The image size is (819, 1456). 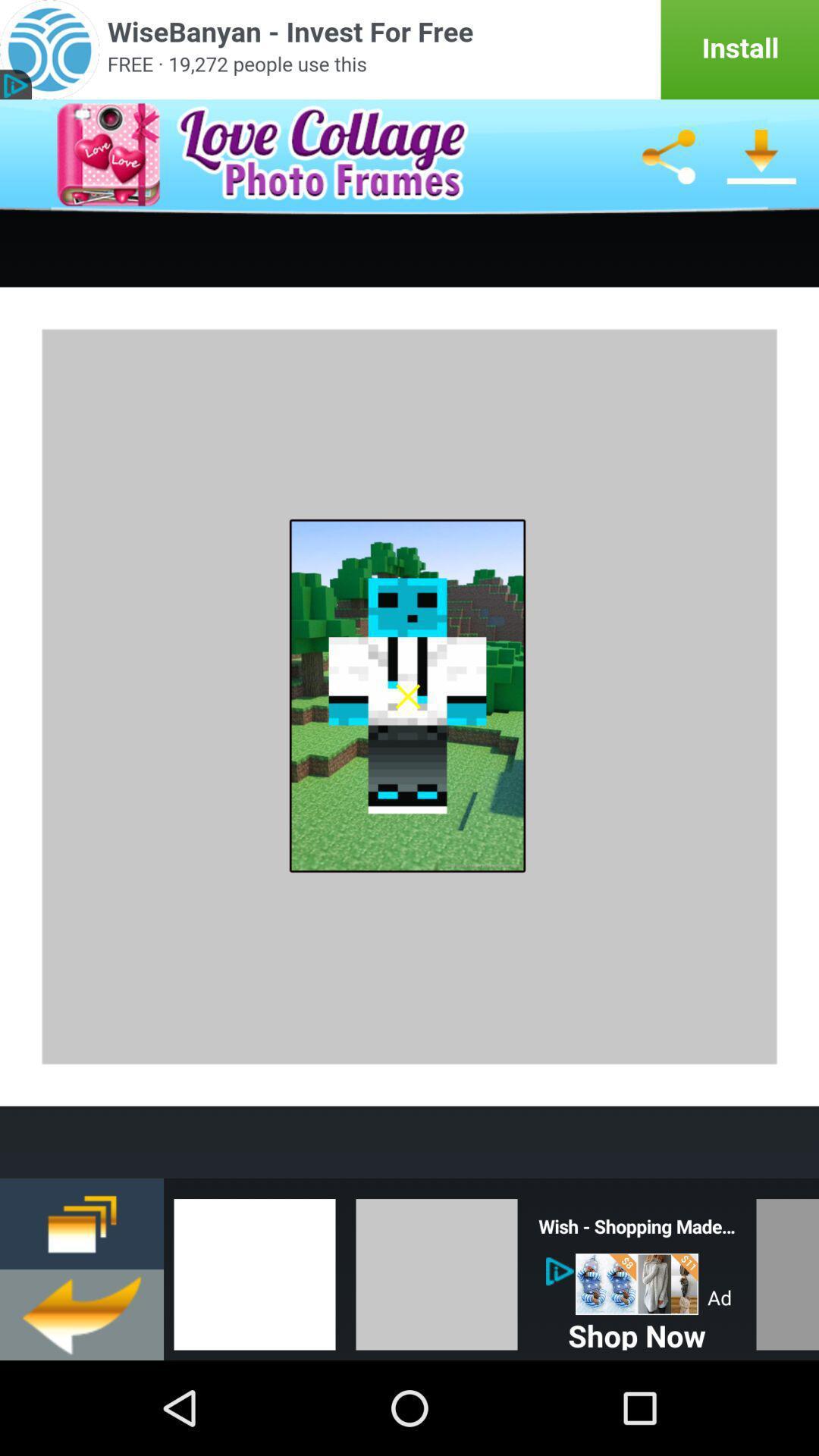 I want to click on the item above shop now item, so click(x=637, y=1283).